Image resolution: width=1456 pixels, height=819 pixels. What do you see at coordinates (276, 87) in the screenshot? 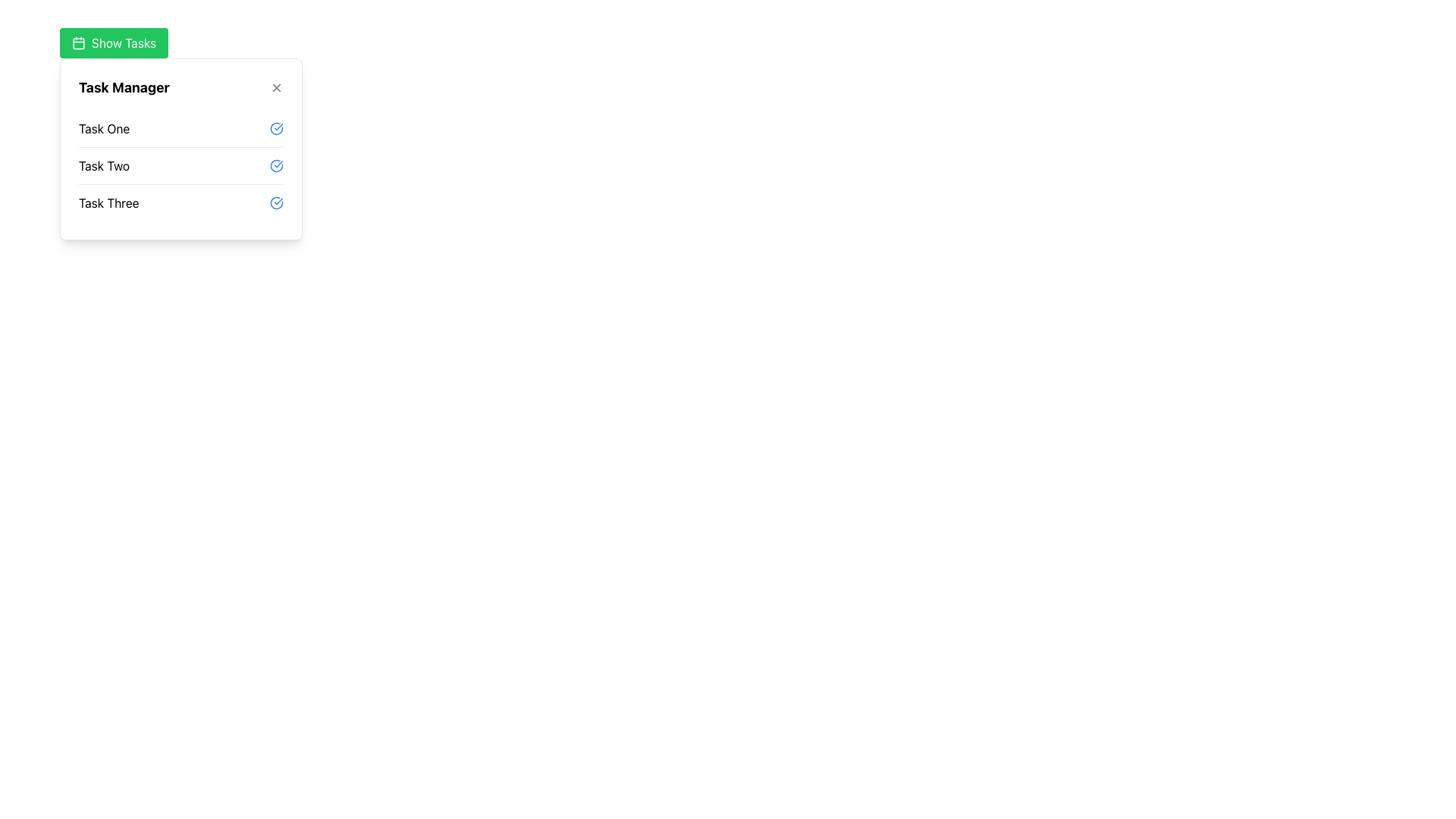
I see `the close icon located in the top-right region of the 'Task Manager' card` at bounding box center [276, 87].